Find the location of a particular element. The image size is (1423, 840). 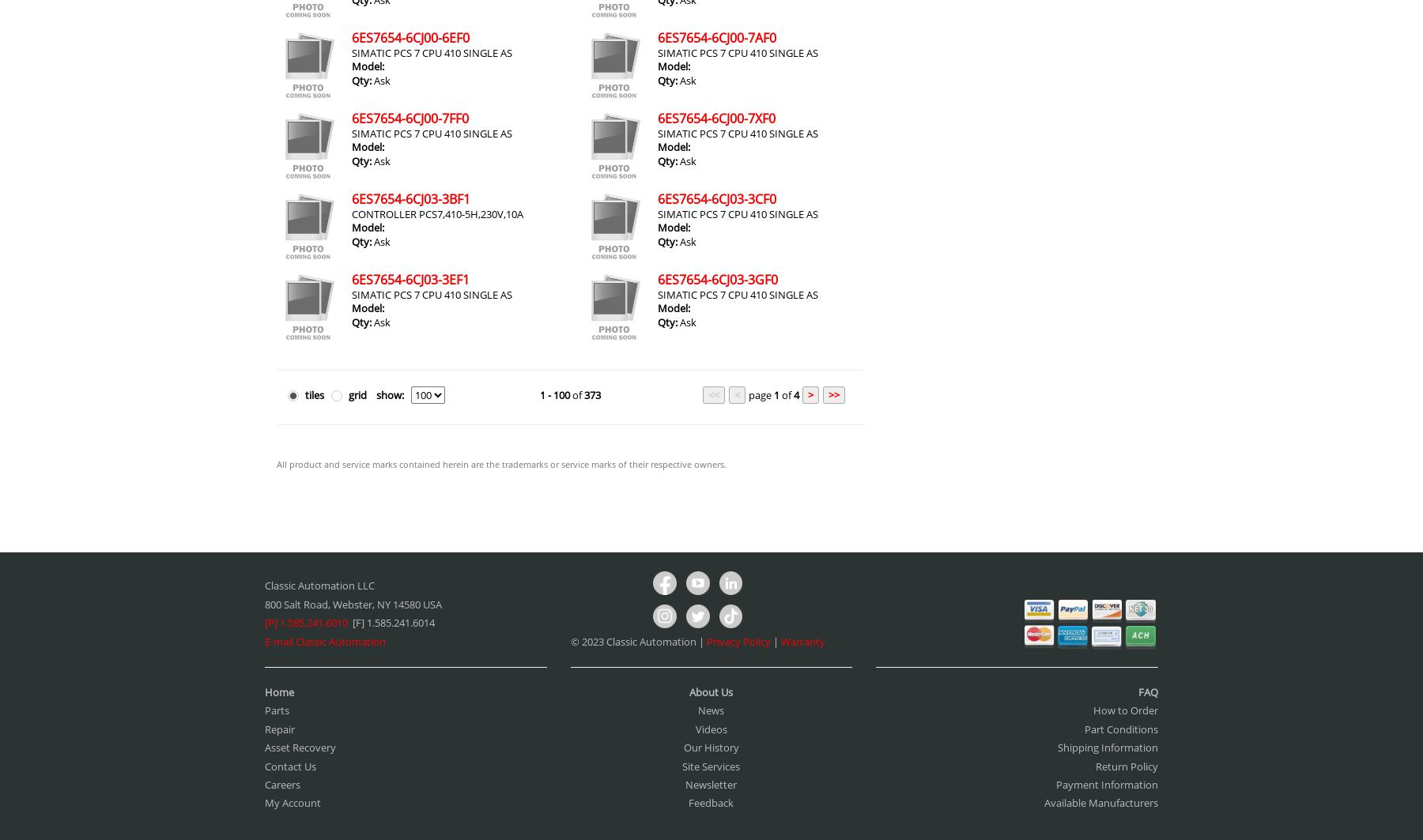

'6ES7654-6CJ03-3CF0' is located at coordinates (715, 199).